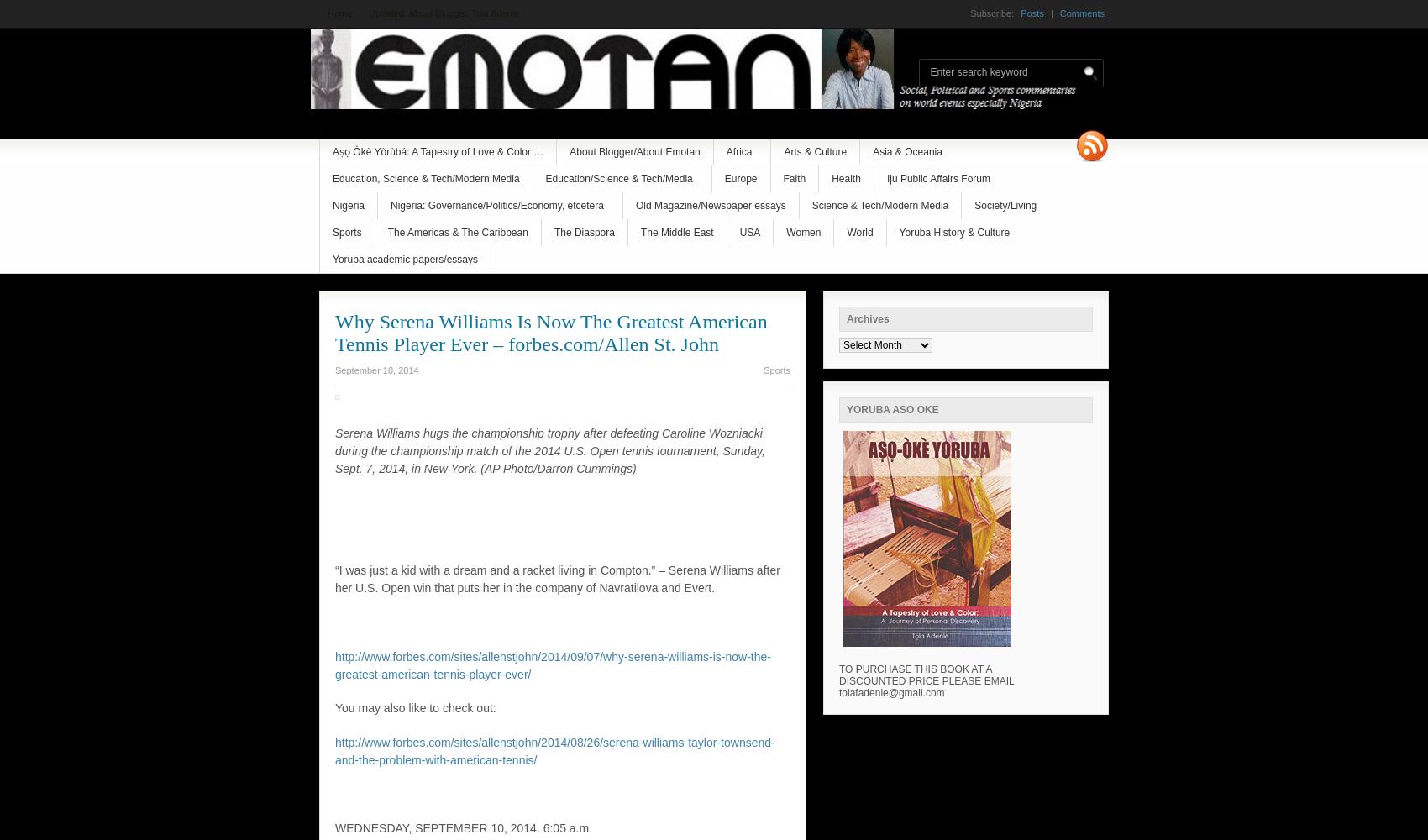 This screenshot has width=1428, height=840. Describe the element at coordinates (1081, 13) in the screenshot. I see `'Comments'` at that location.